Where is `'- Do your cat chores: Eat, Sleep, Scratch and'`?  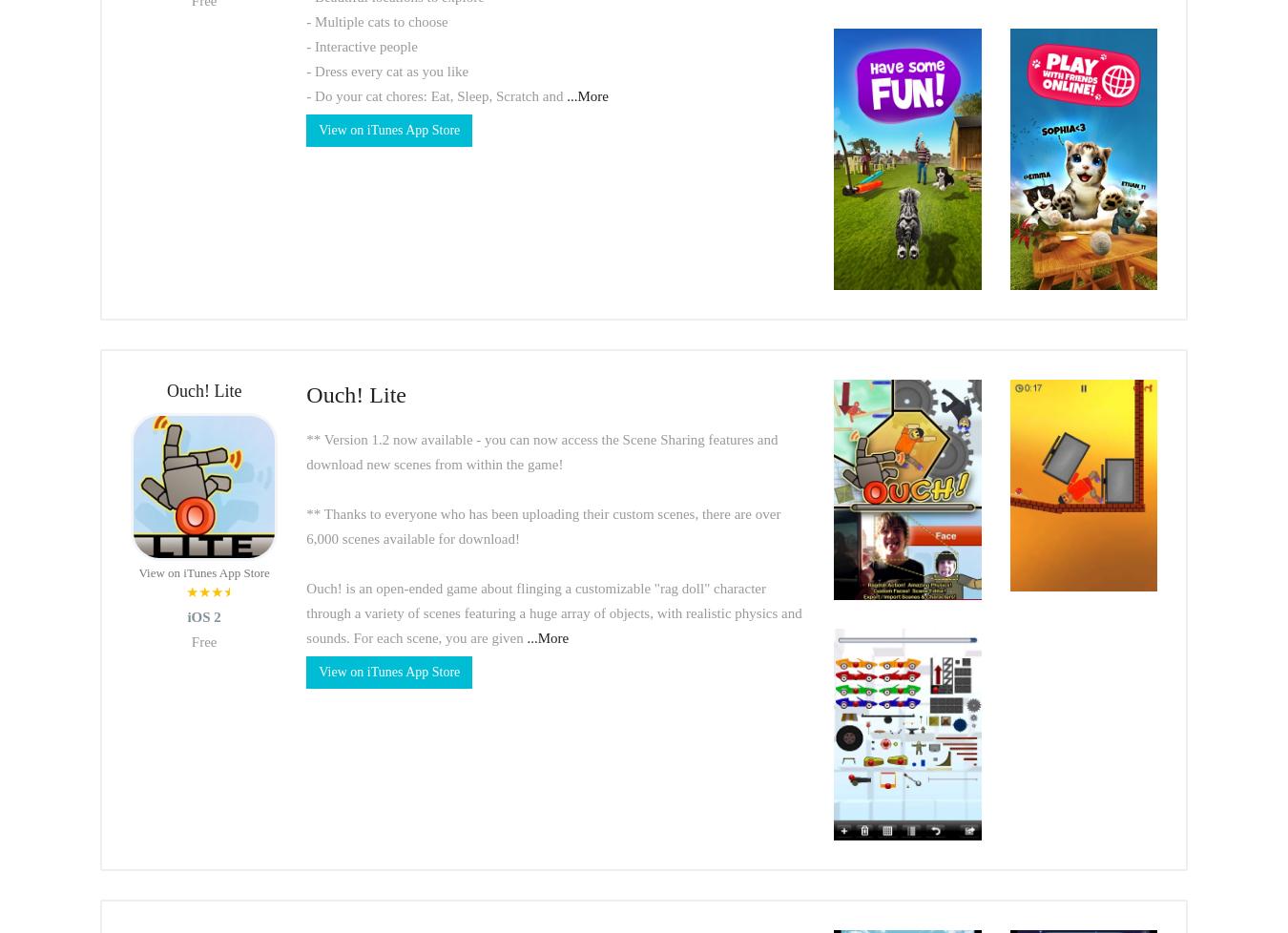 '- Do your cat chores: Eat, Sleep, Scratch and' is located at coordinates (435, 94).